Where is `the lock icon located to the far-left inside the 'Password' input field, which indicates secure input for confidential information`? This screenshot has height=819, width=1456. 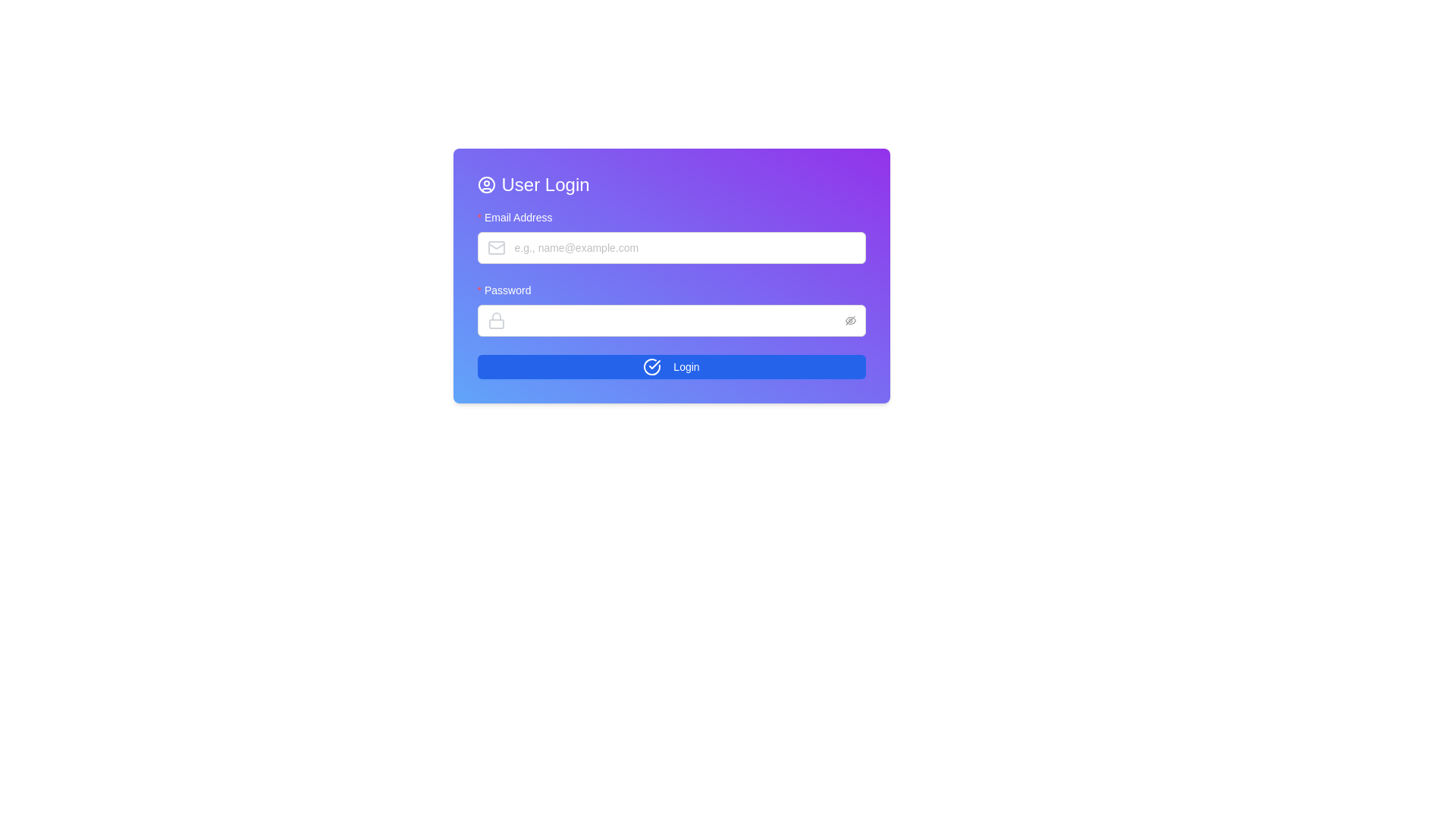
the lock icon located to the far-left inside the 'Password' input field, which indicates secure input for confidential information is located at coordinates (496, 320).